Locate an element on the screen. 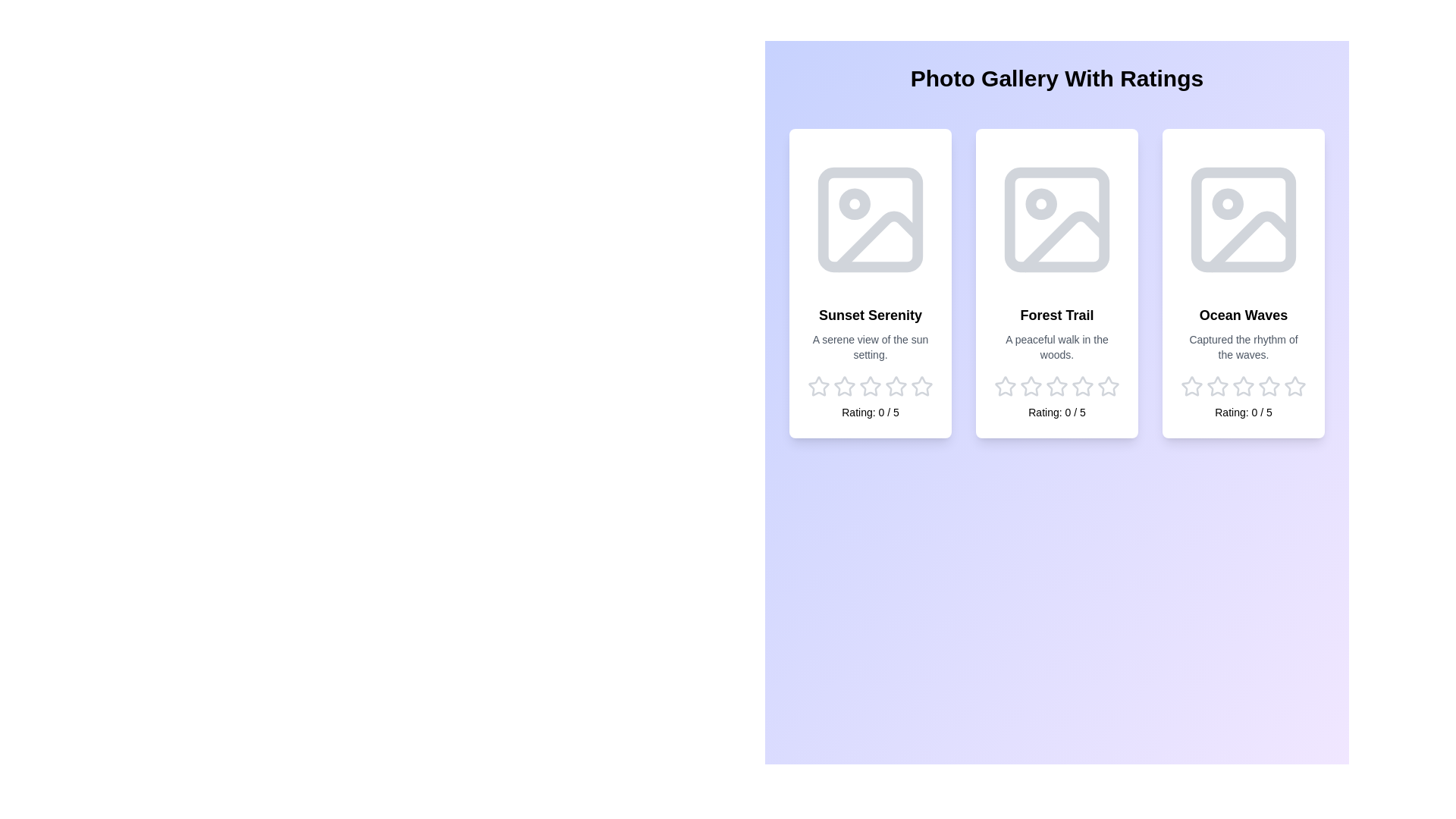  the star corresponding to the rating 1 for the image Ocean Waves is located at coordinates (1191, 385).